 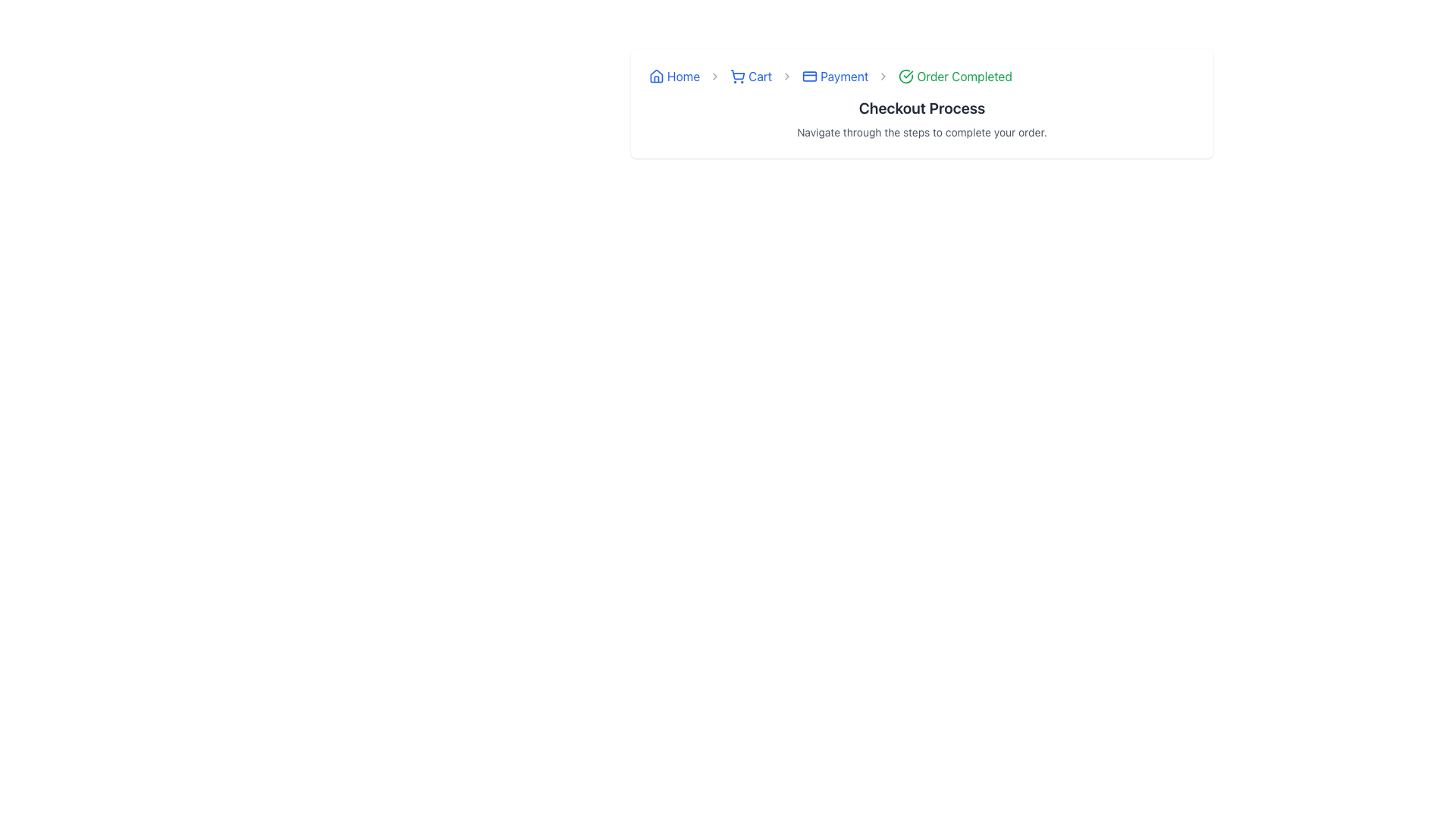 I want to click on the instructional text located beneath the 'Checkout Process' heading, which assists users in progressing through the process, so click(x=921, y=131).